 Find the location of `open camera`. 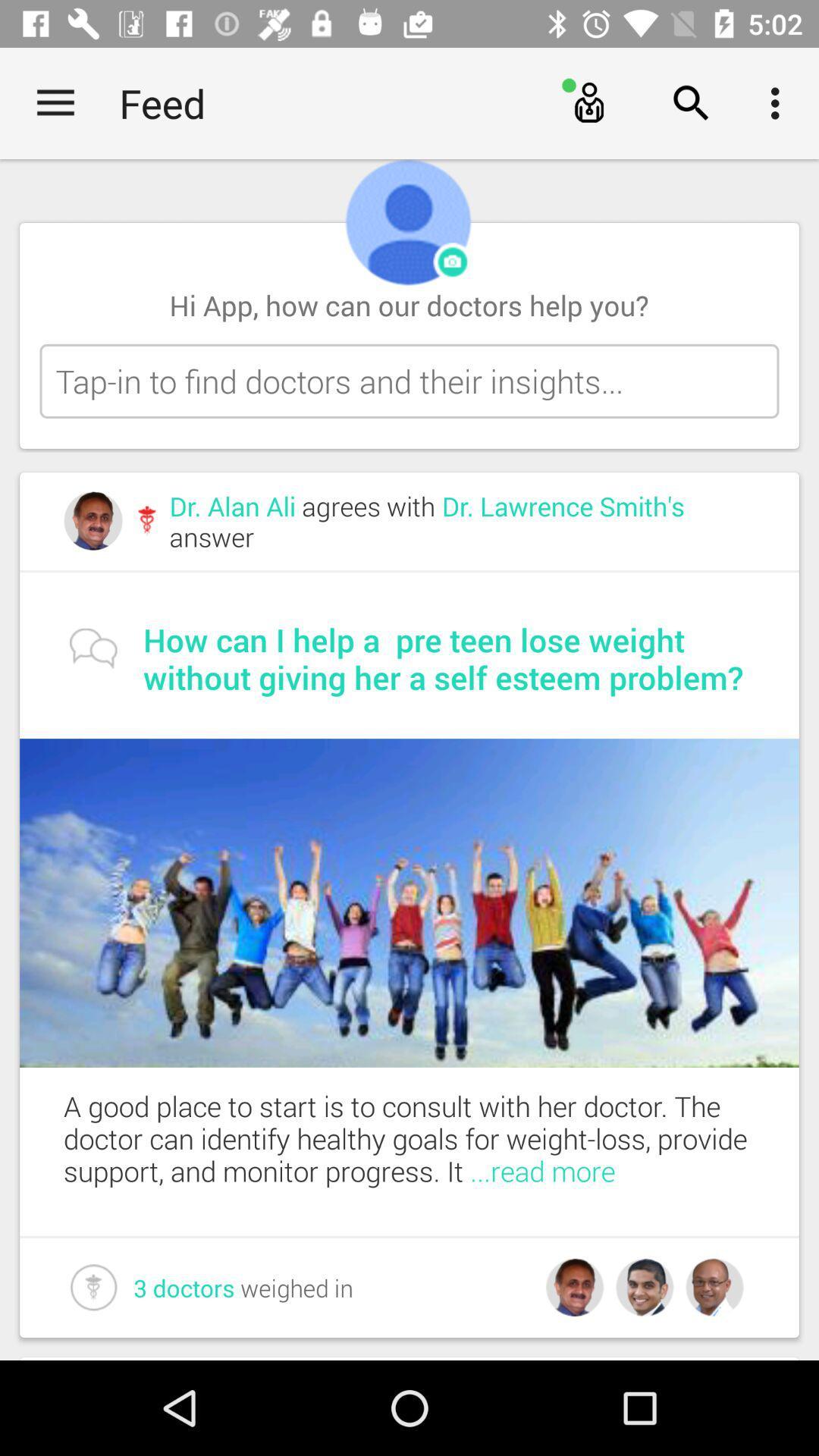

open camera is located at coordinates (452, 262).